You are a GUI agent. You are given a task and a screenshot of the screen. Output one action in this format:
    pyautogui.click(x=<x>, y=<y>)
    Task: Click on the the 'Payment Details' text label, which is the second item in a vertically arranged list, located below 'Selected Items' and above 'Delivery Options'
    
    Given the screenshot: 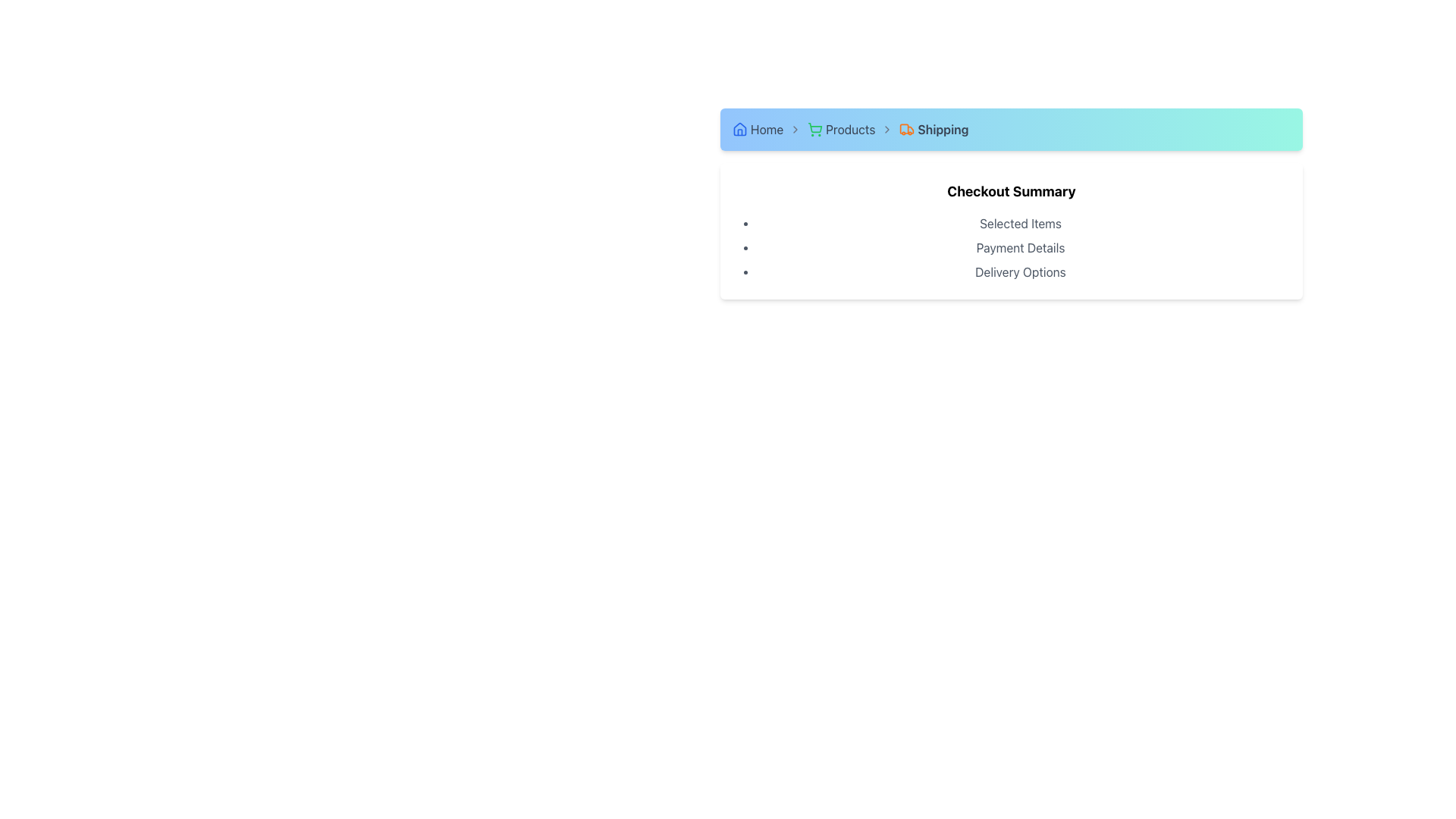 What is the action you would take?
    pyautogui.click(x=1020, y=247)
    